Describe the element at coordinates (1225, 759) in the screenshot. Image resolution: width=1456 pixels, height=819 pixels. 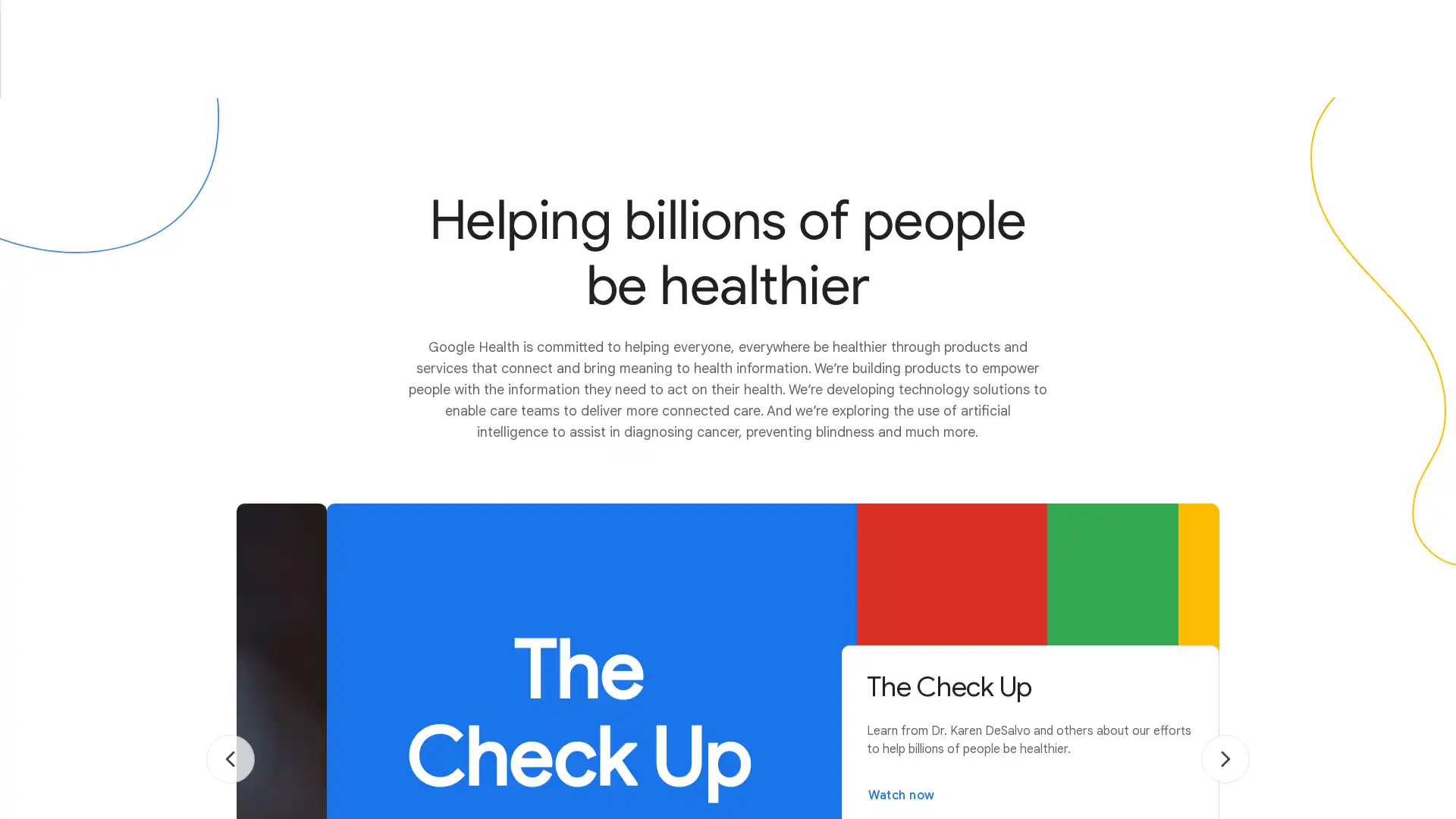
I see `Next slide` at that location.